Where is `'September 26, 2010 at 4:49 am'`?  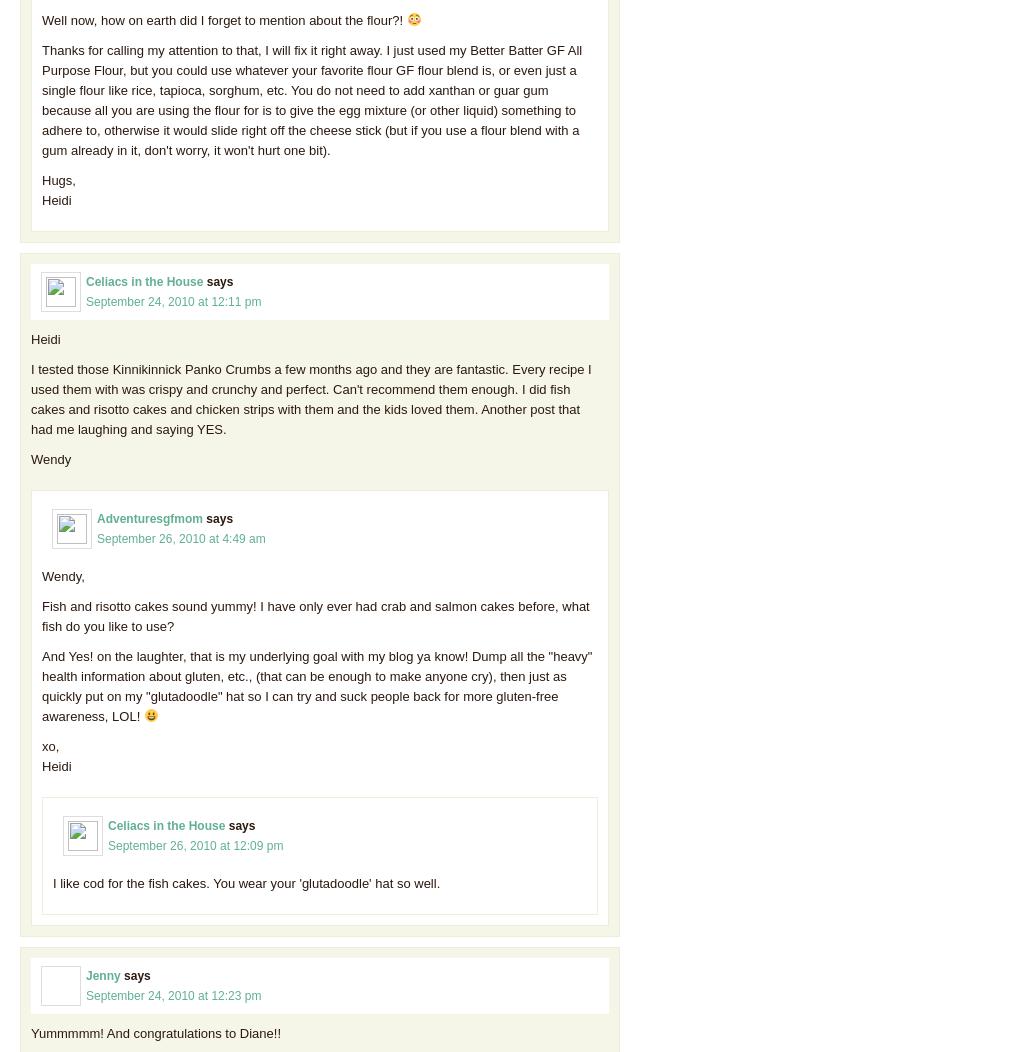
'September 26, 2010 at 4:49 am' is located at coordinates (180, 537).